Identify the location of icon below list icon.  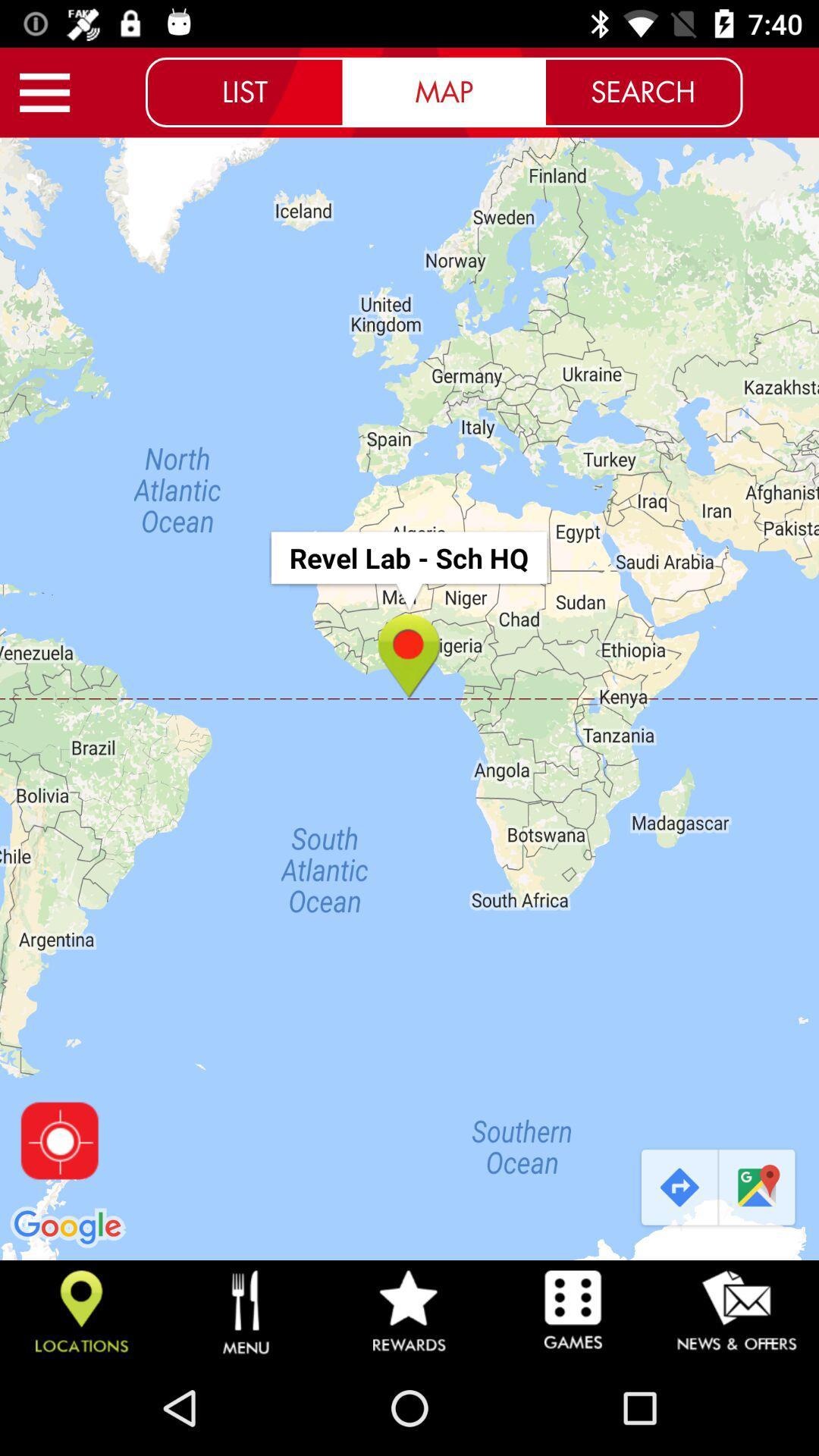
(409, 698).